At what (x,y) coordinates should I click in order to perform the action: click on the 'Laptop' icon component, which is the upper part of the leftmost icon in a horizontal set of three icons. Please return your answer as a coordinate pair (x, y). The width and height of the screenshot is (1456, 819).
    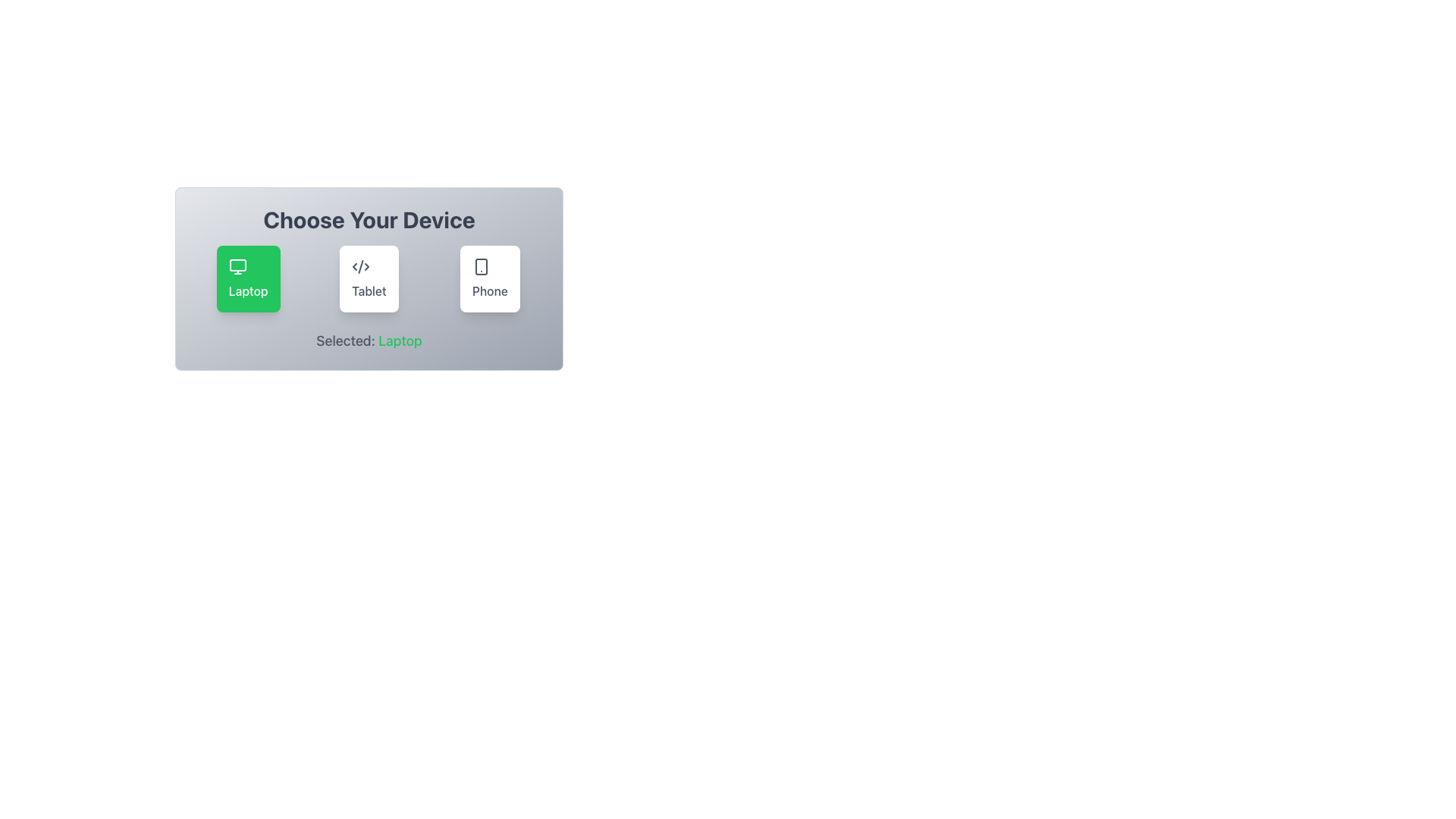
    Looking at the image, I should click on (237, 265).